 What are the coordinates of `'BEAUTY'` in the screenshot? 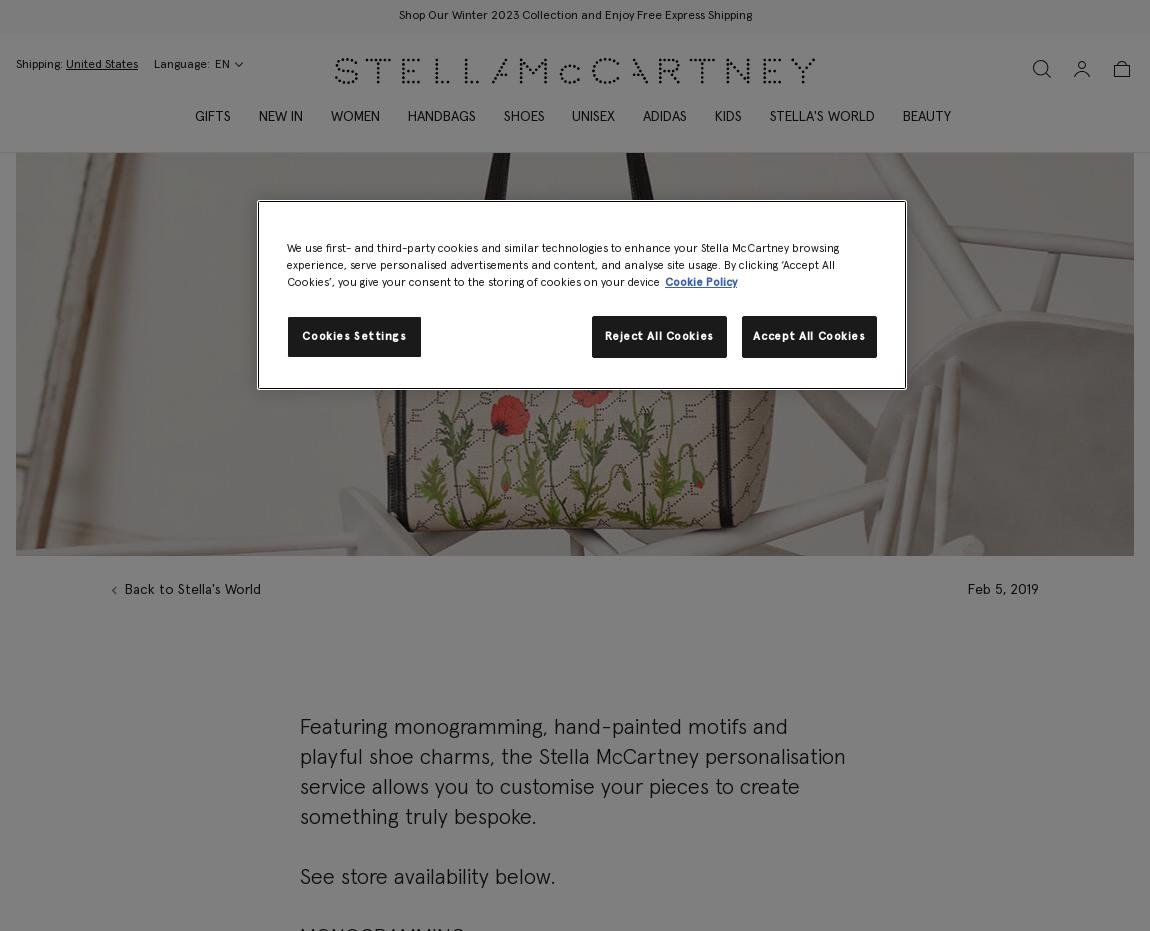 It's located at (927, 117).